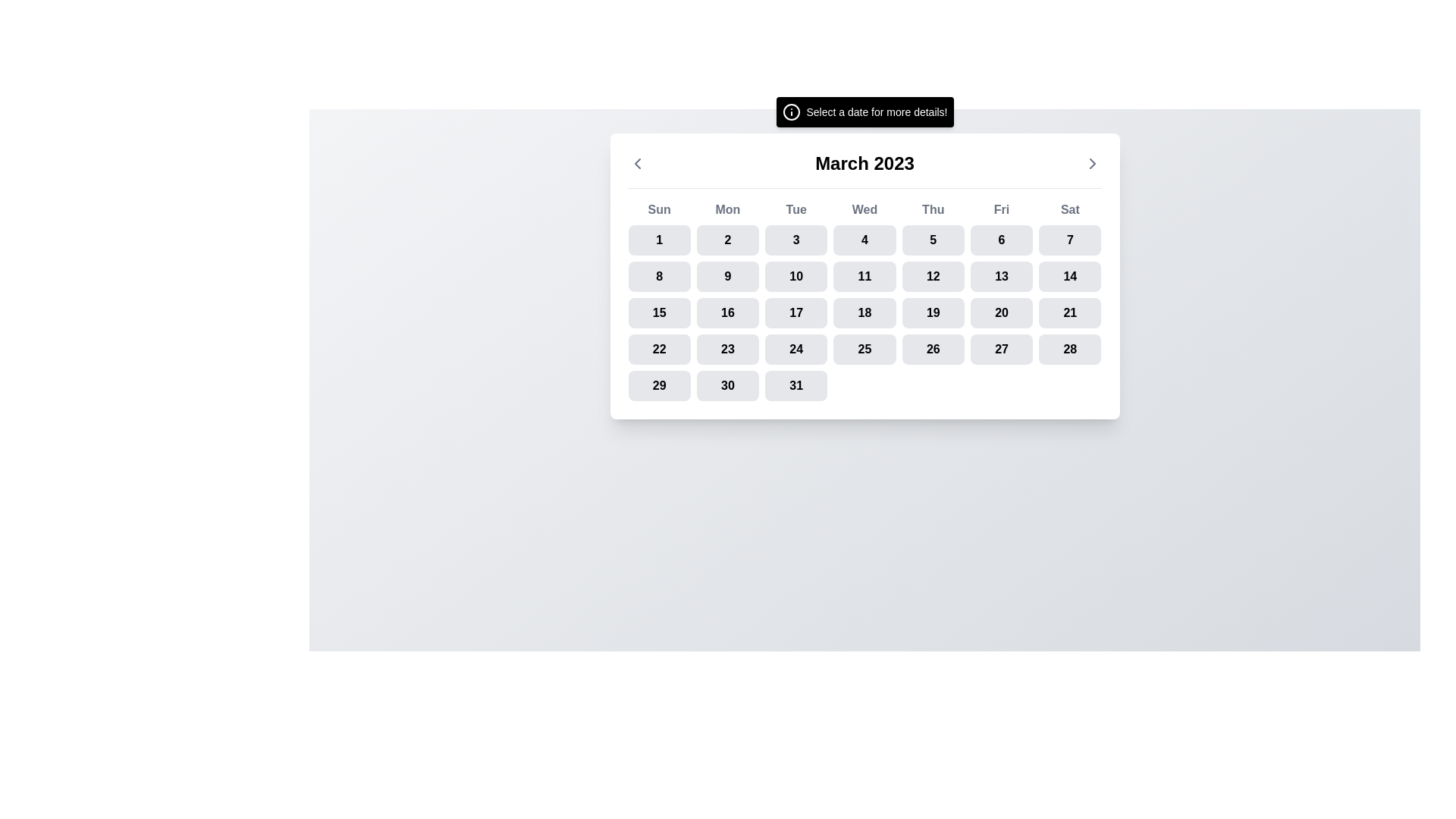 Image resolution: width=1456 pixels, height=819 pixels. I want to click on the button-like selectable calendar cell displaying the date '27', which is part of a calendar grid layout, so click(1002, 350).